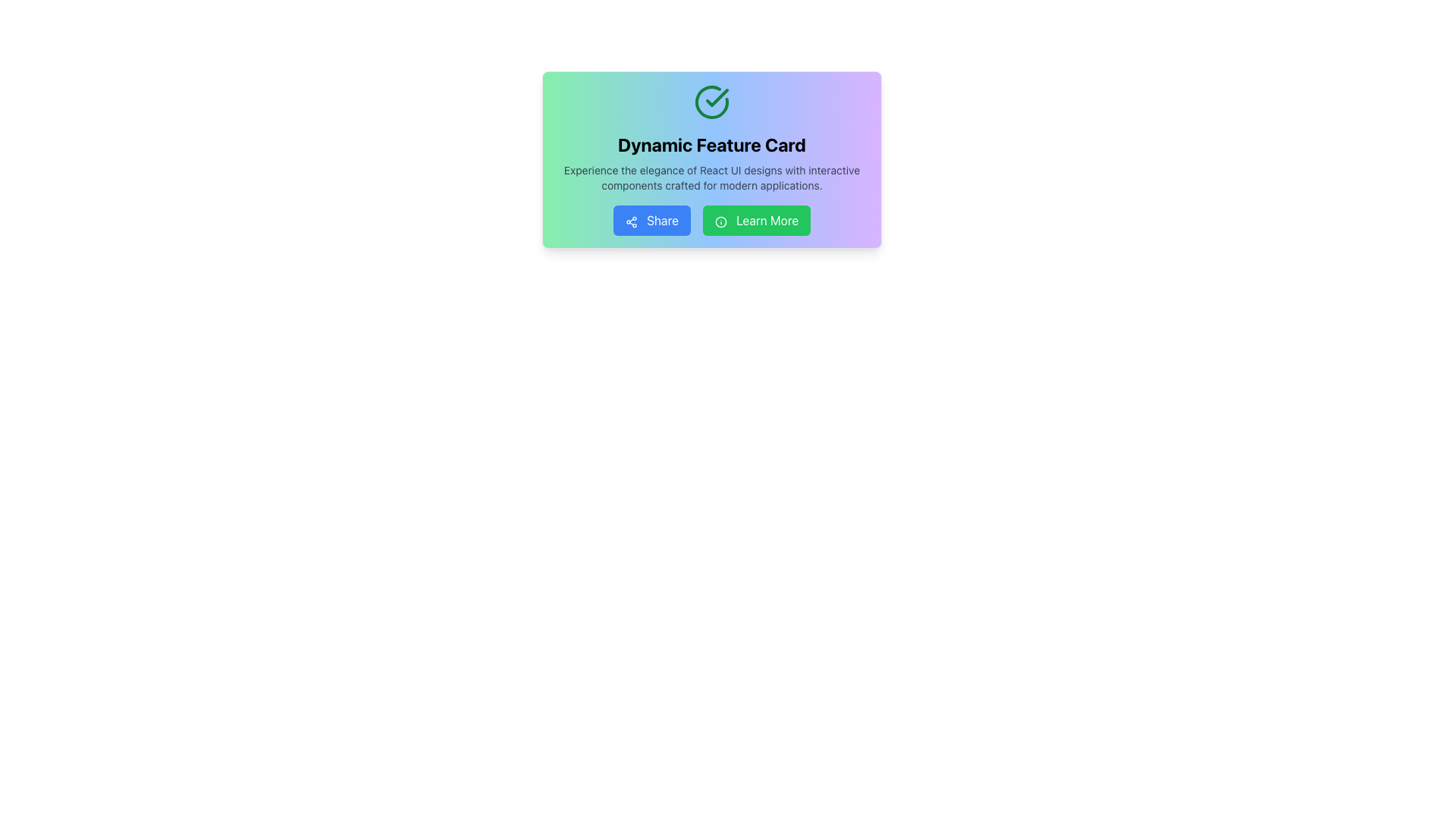 This screenshot has width=1456, height=819. I want to click on the upper arc of the circular check icon within the SVG graphic that signifies approval, located above the heading text 'Dynamic Feature Card', so click(711, 102).